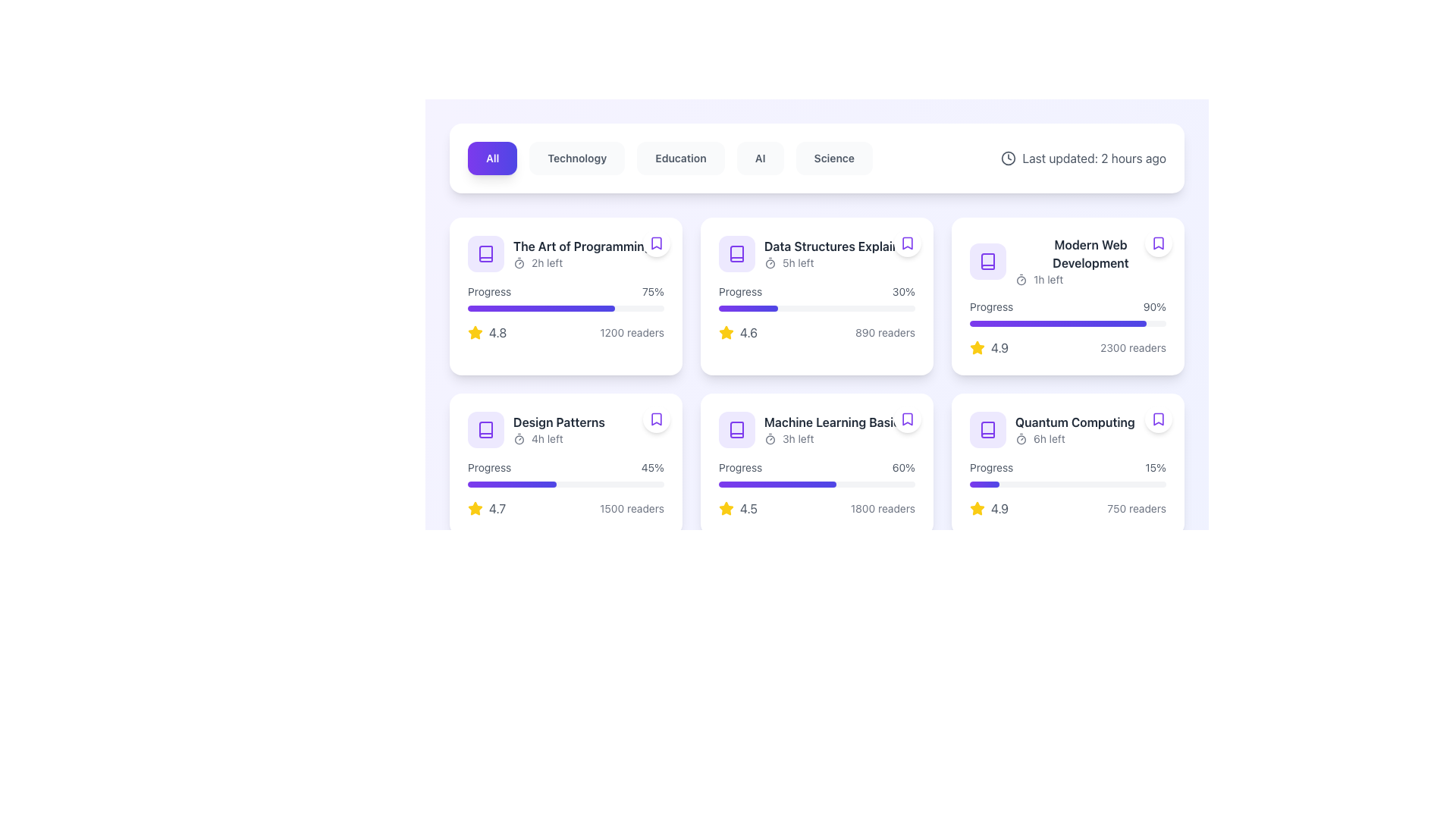 Image resolution: width=1456 pixels, height=819 pixels. I want to click on the 'Modern Web Development' informational content card located in the third column of the first row of the grid layout for navigation, so click(1067, 296).